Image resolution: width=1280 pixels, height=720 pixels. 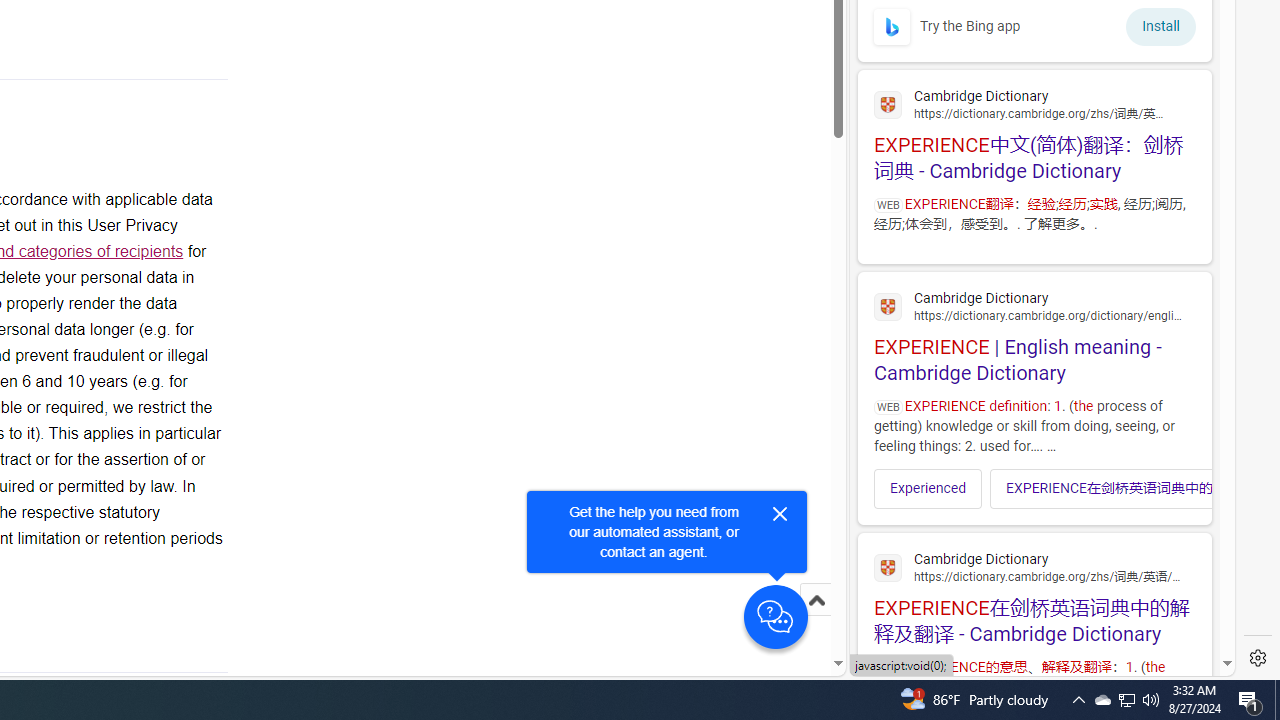 What do you see at coordinates (816, 598) in the screenshot?
I see `'Scroll to top'` at bounding box center [816, 598].